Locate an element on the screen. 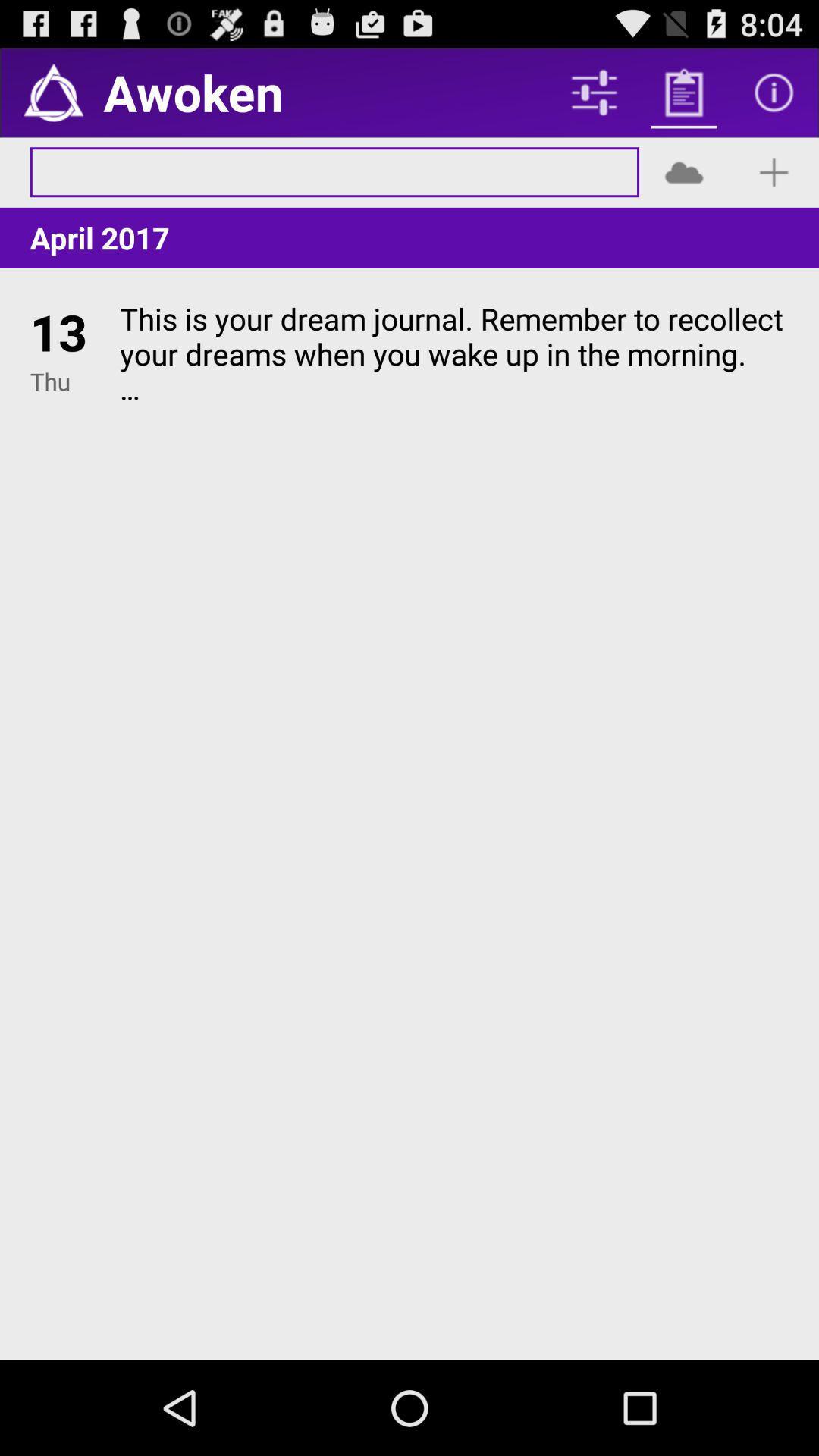 The image size is (819, 1456). the add icon is located at coordinates (773, 184).